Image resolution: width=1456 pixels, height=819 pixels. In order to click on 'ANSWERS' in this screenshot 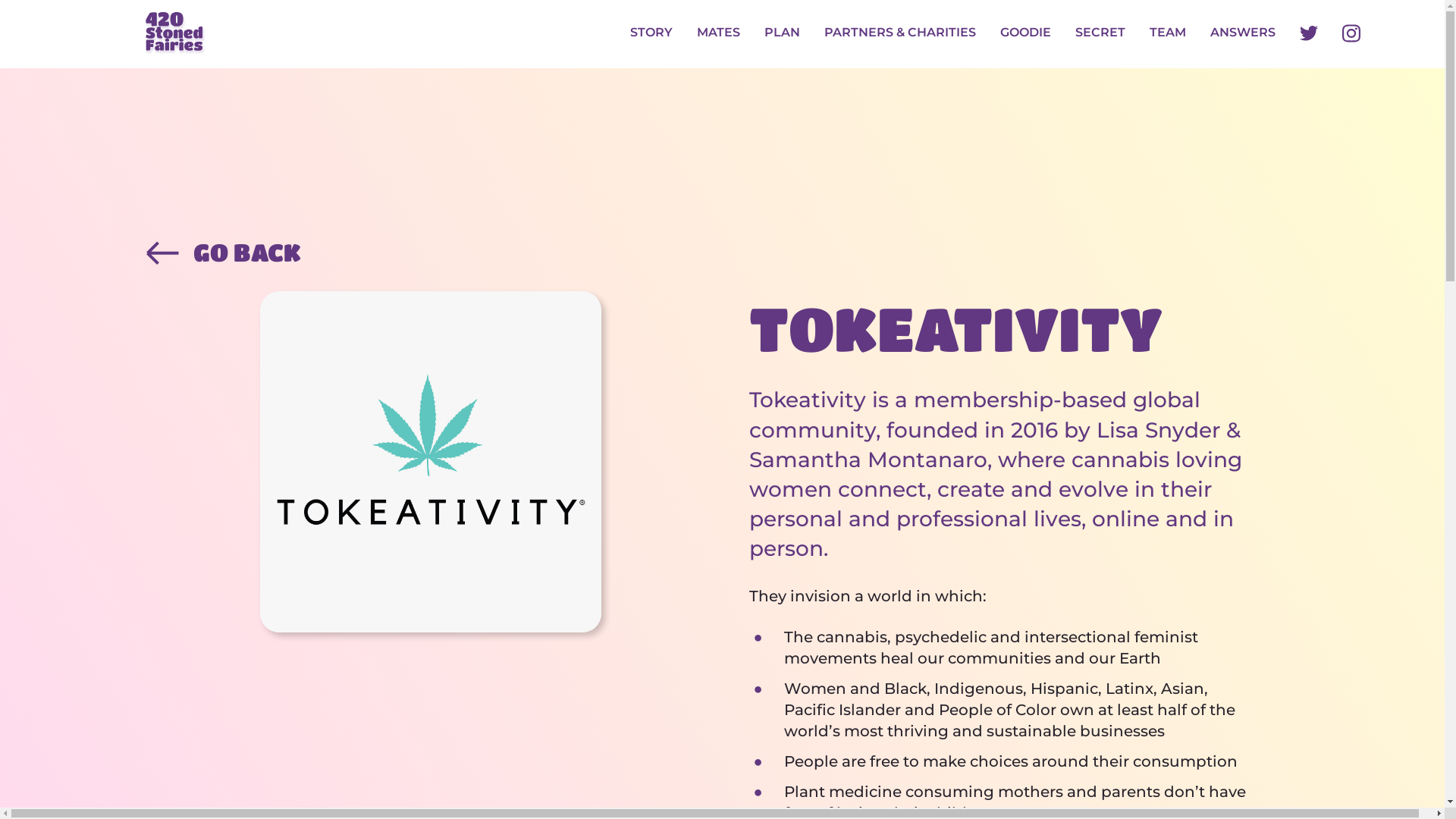, I will do `click(1242, 33)`.